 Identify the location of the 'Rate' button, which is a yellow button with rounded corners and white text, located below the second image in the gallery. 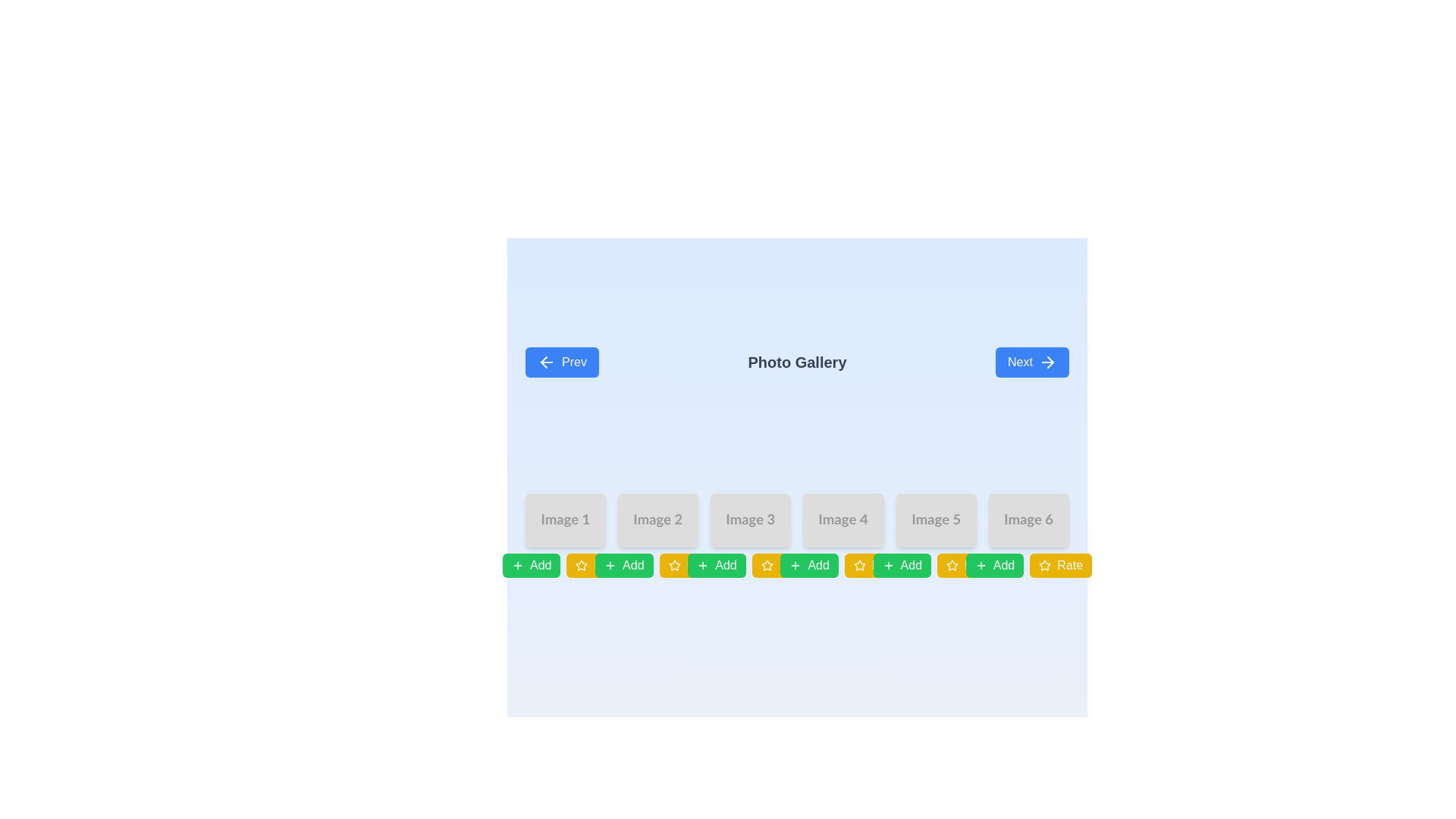
(658, 565).